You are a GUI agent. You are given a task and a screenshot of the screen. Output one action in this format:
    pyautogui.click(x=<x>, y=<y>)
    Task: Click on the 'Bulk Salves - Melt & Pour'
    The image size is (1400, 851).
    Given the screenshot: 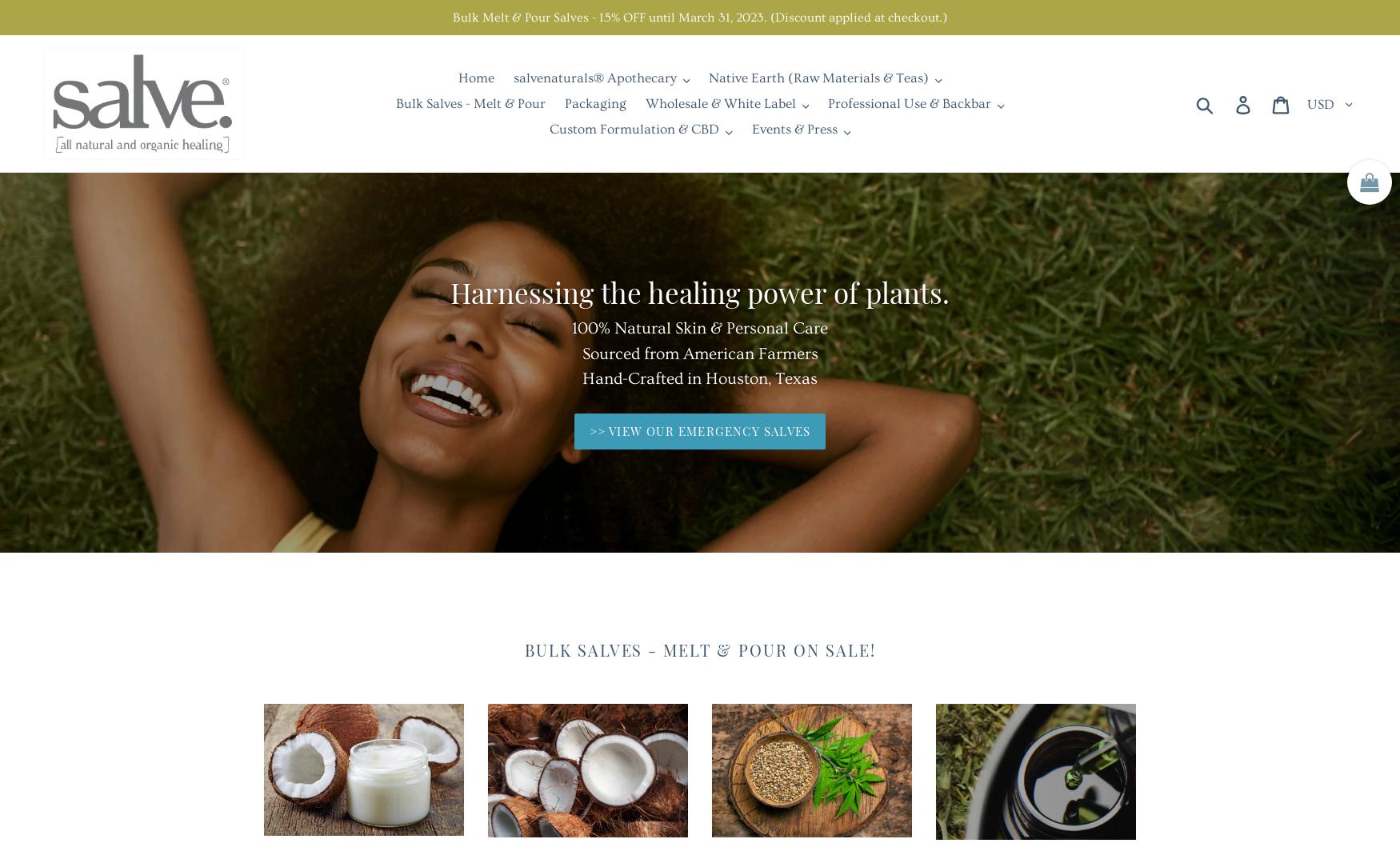 What is the action you would take?
    pyautogui.click(x=395, y=103)
    